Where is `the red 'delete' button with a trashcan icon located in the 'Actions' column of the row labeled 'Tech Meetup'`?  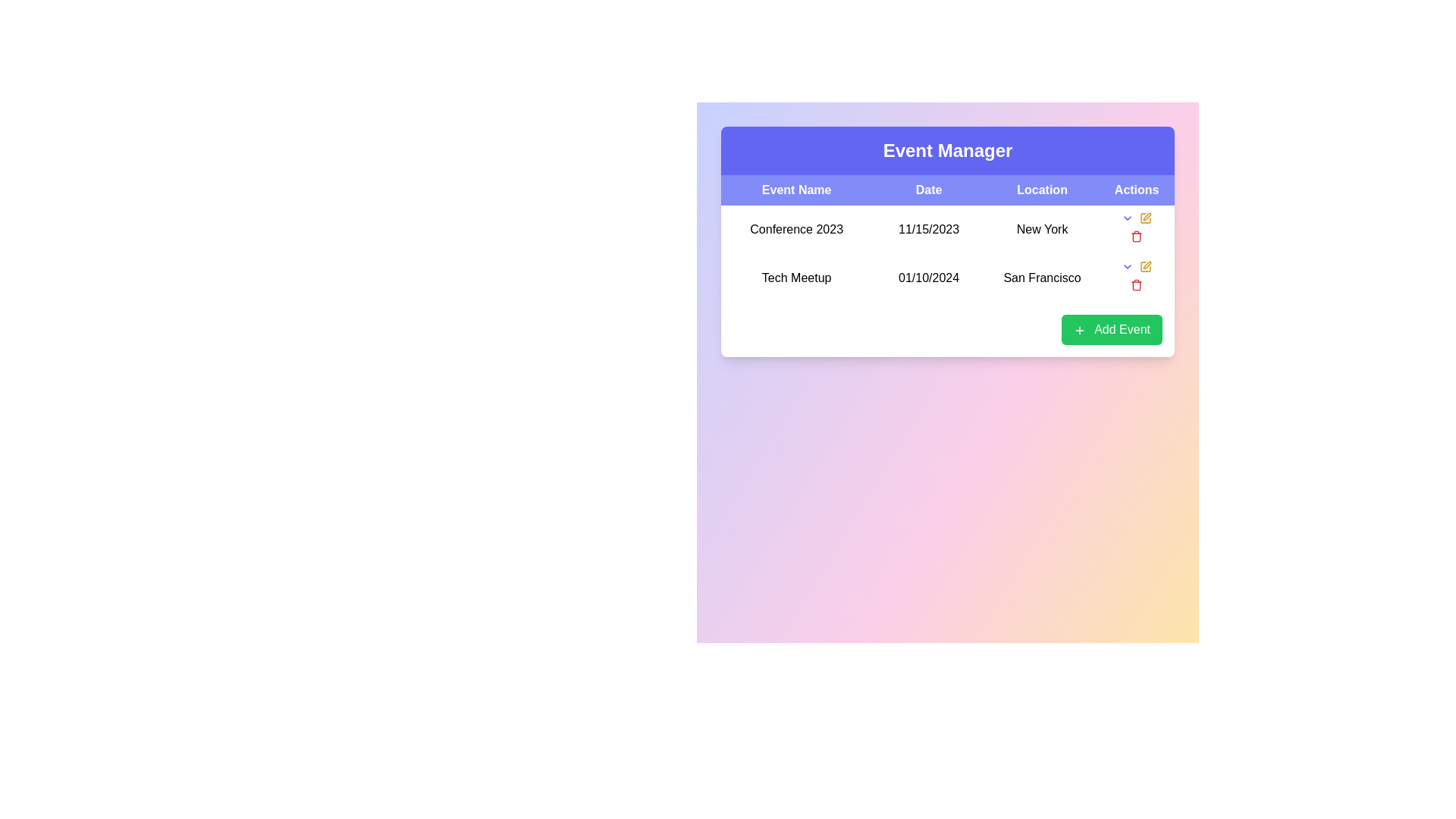 the red 'delete' button with a trashcan icon located in the 'Actions' column of the row labeled 'Tech Meetup' is located at coordinates (1136, 278).